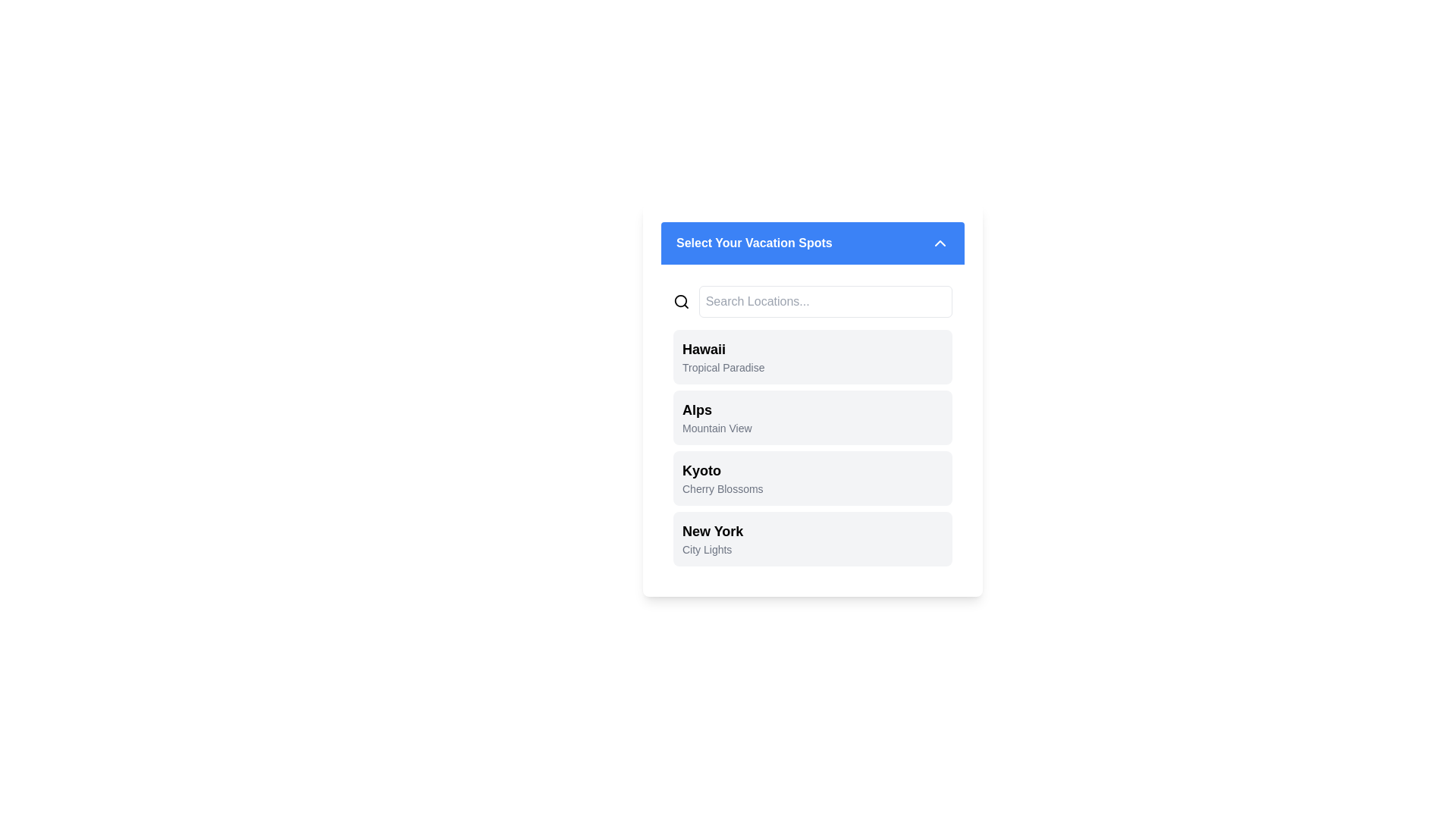  What do you see at coordinates (811, 400) in the screenshot?
I see `the second list item representing the 'Alps' vacation spot with the description 'Mountain View'` at bounding box center [811, 400].